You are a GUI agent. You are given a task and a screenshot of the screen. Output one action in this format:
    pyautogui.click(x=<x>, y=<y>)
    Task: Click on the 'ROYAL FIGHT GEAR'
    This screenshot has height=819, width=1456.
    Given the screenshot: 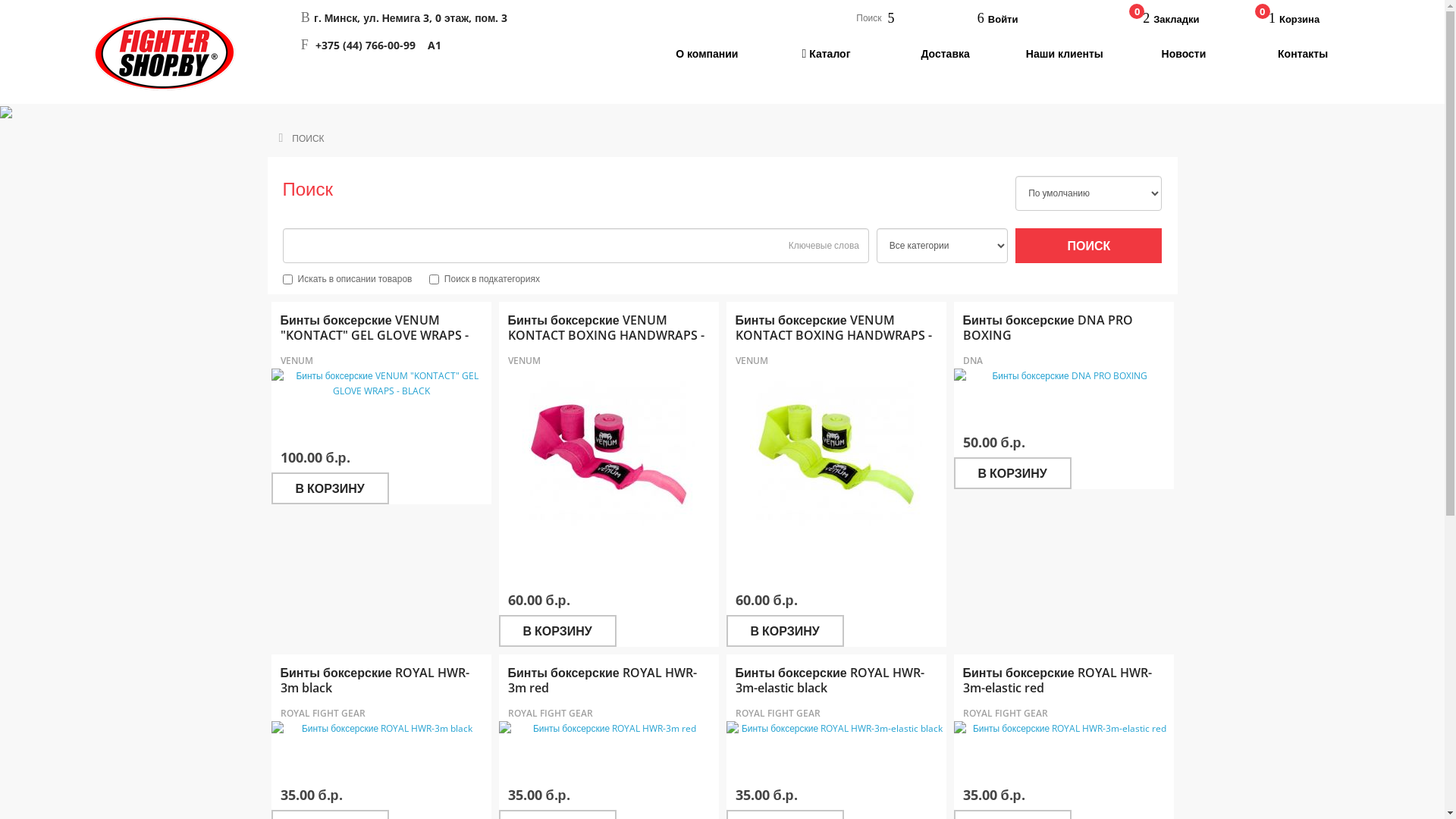 What is the action you would take?
    pyautogui.click(x=549, y=713)
    